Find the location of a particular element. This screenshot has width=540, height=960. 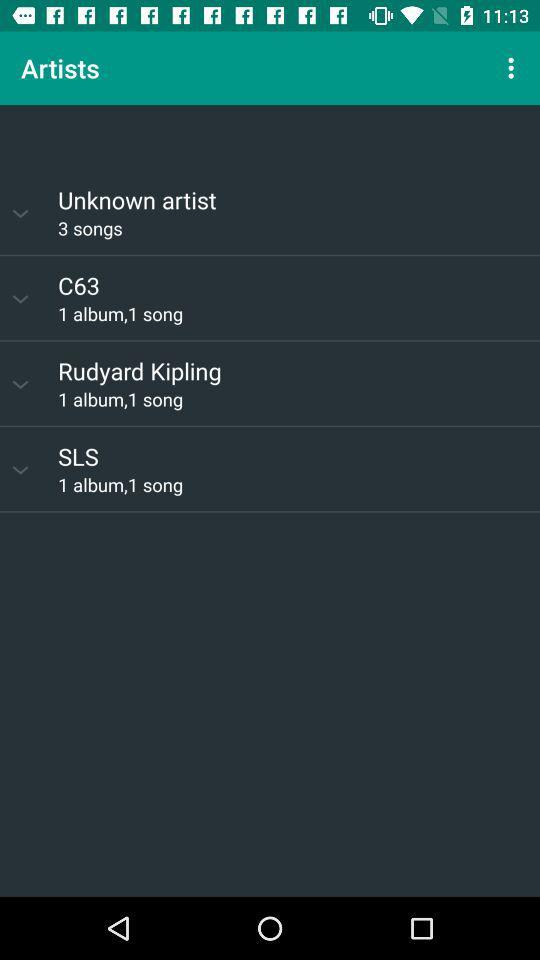

the app above the unknown artist is located at coordinates (270, 136).